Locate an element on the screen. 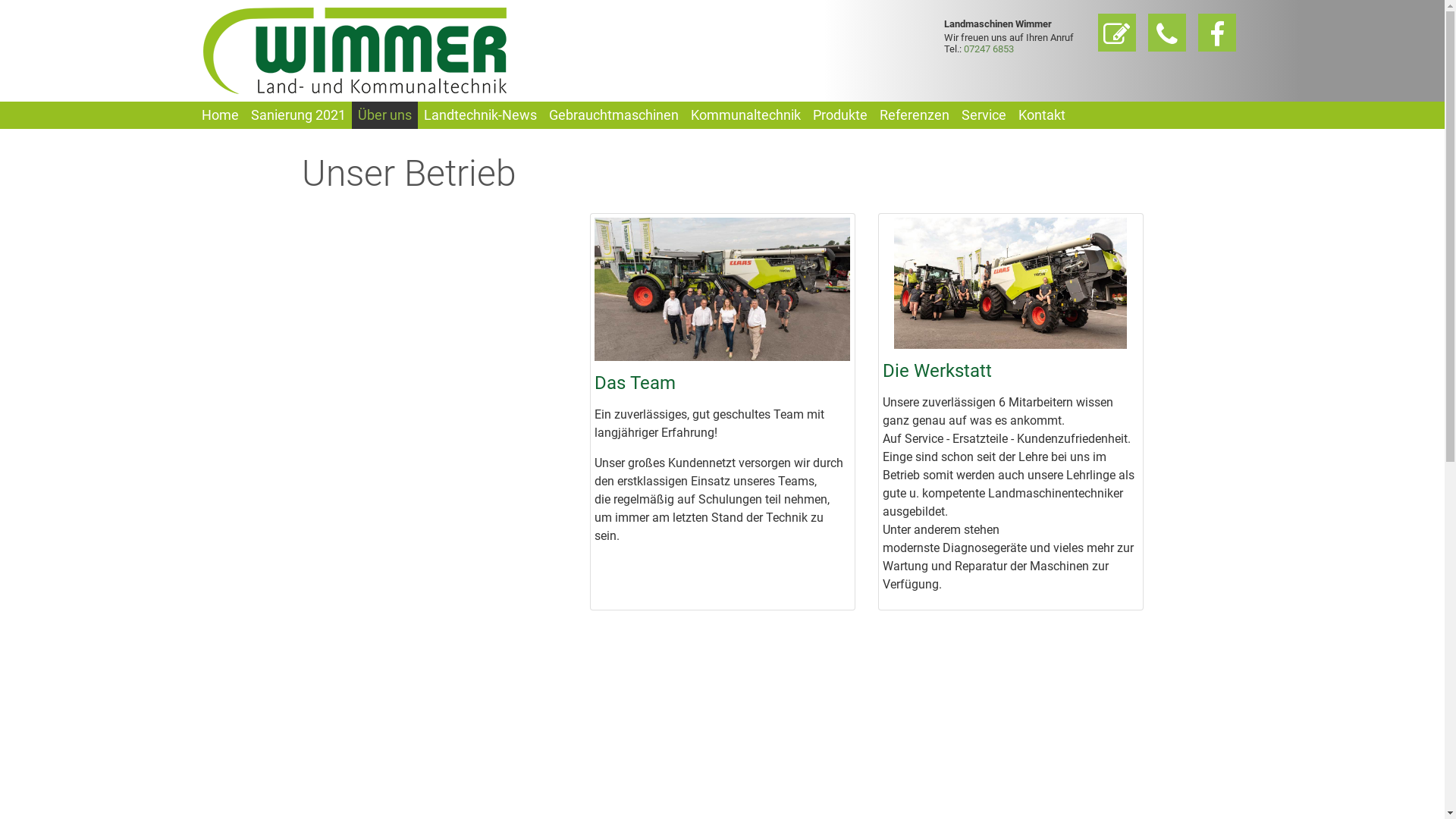  'Produkte' is located at coordinates (839, 114).